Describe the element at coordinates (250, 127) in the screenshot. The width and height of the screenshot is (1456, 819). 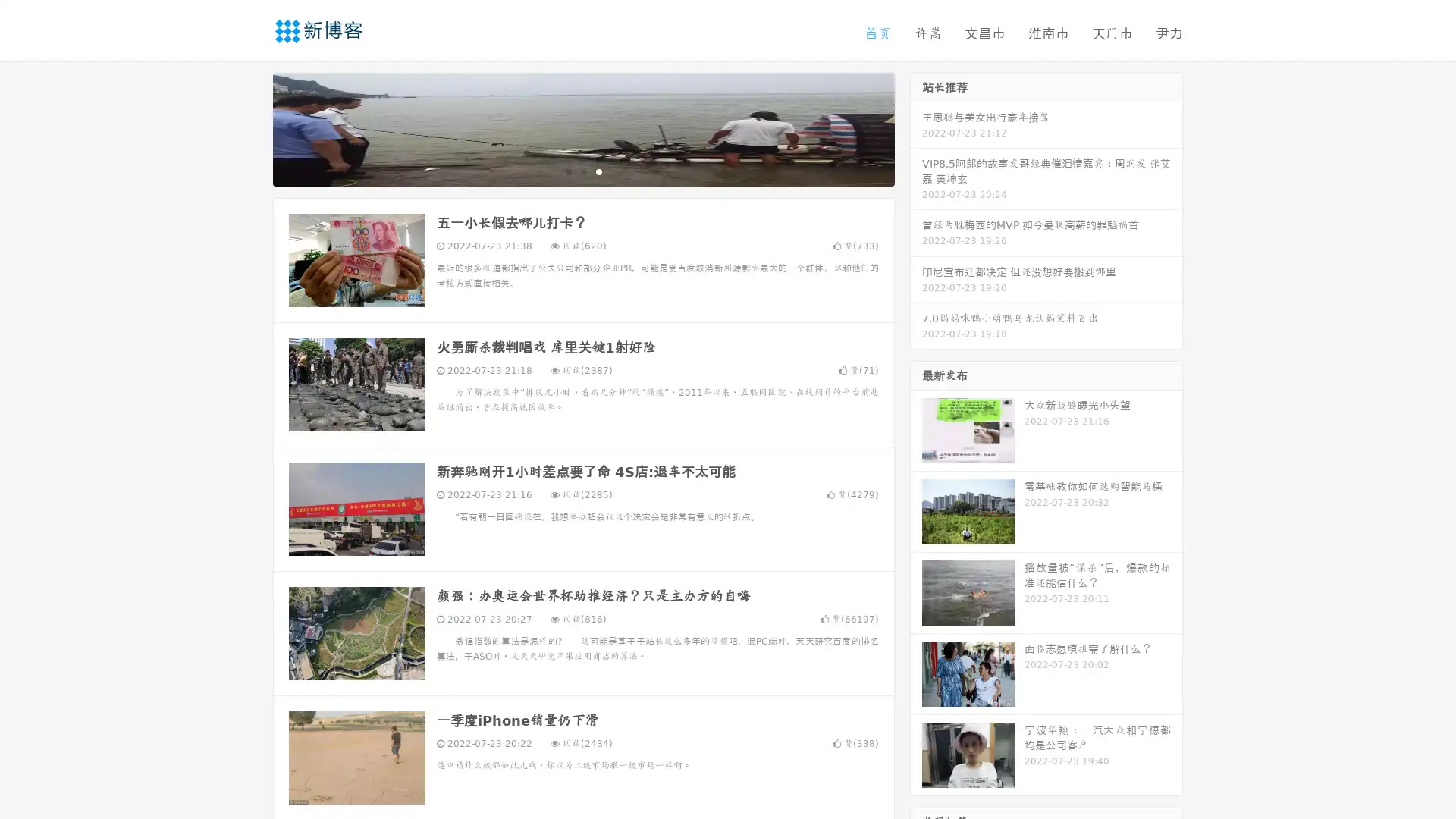
I see `Previous slide` at that location.